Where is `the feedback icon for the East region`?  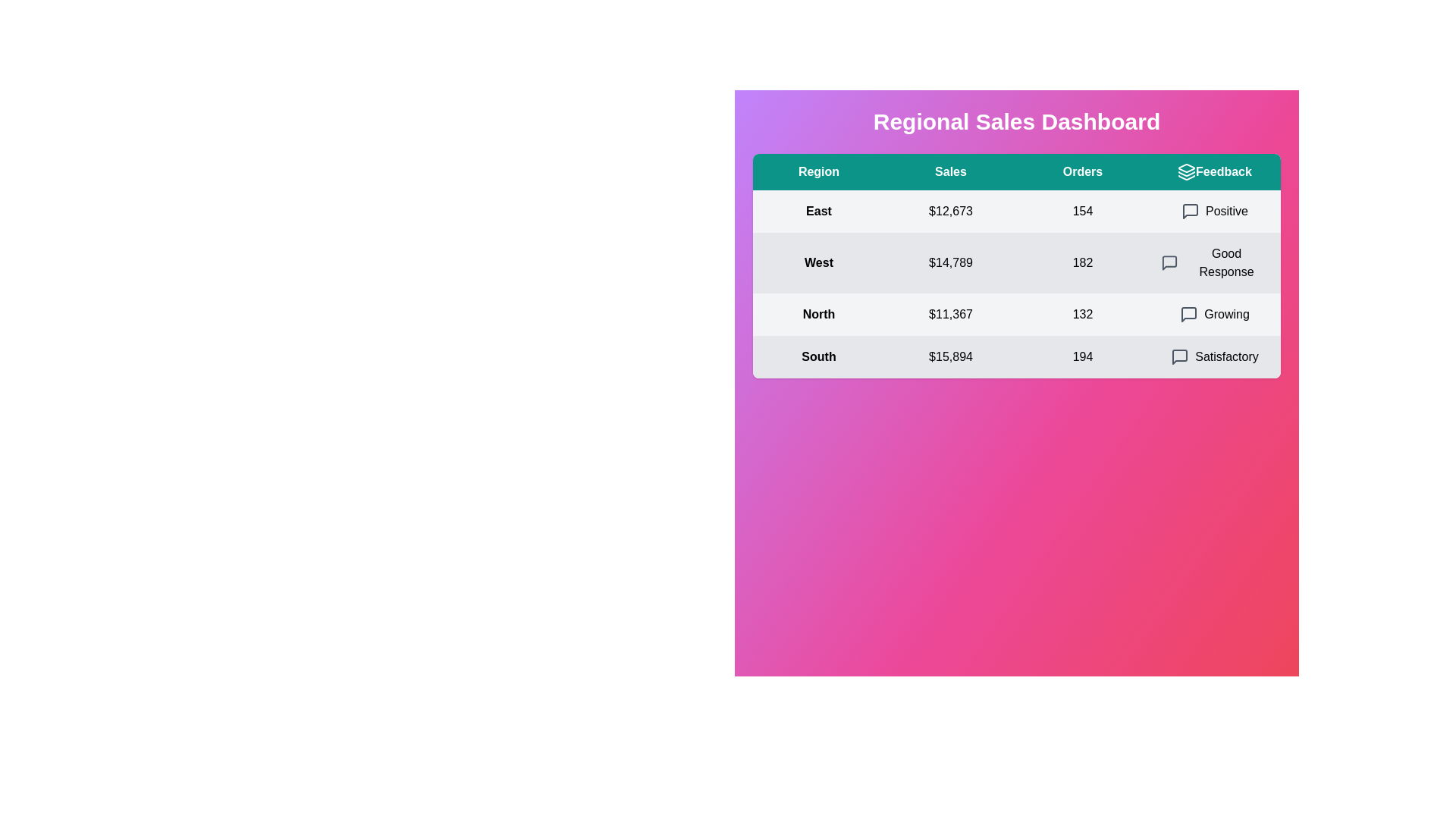 the feedback icon for the East region is located at coordinates (1189, 211).